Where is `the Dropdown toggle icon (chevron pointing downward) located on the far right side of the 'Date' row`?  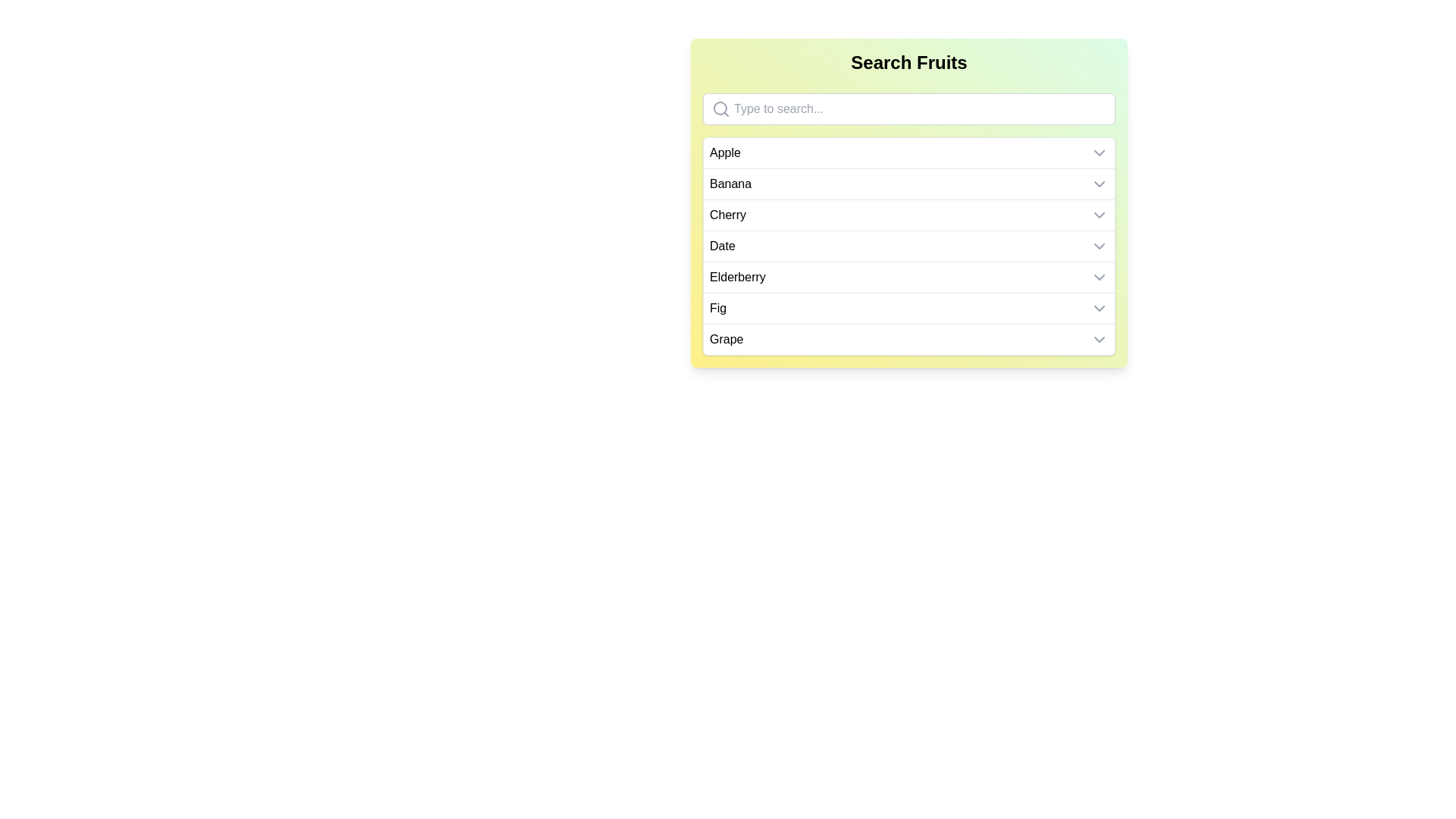
the Dropdown toggle icon (chevron pointing downward) located on the far right side of the 'Date' row is located at coordinates (1099, 245).